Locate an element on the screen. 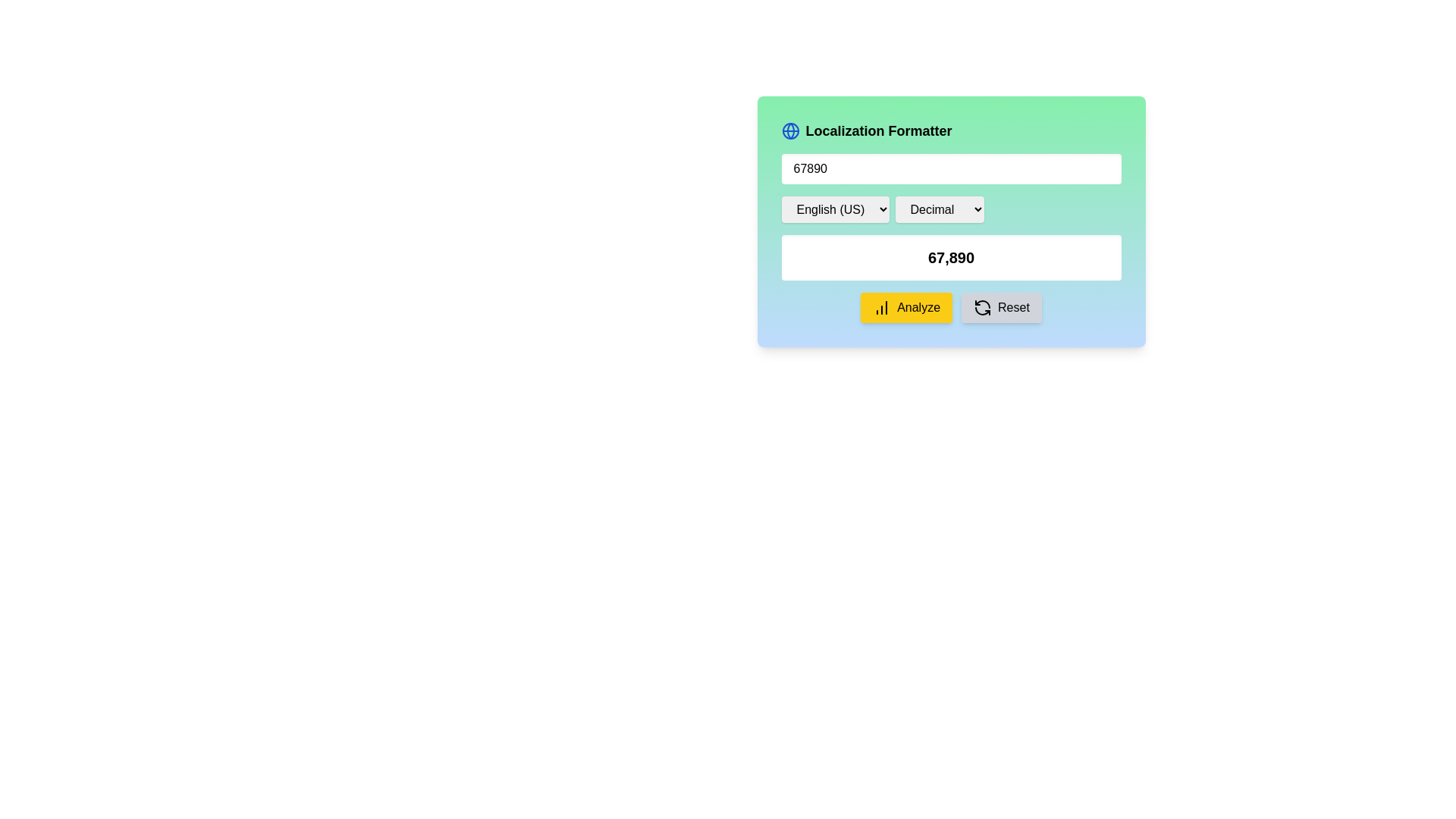 Image resolution: width=1456 pixels, height=819 pixels. the dropdown menu located to the right of the 'English (US)' dropdown is located at coordinates (950, 221).